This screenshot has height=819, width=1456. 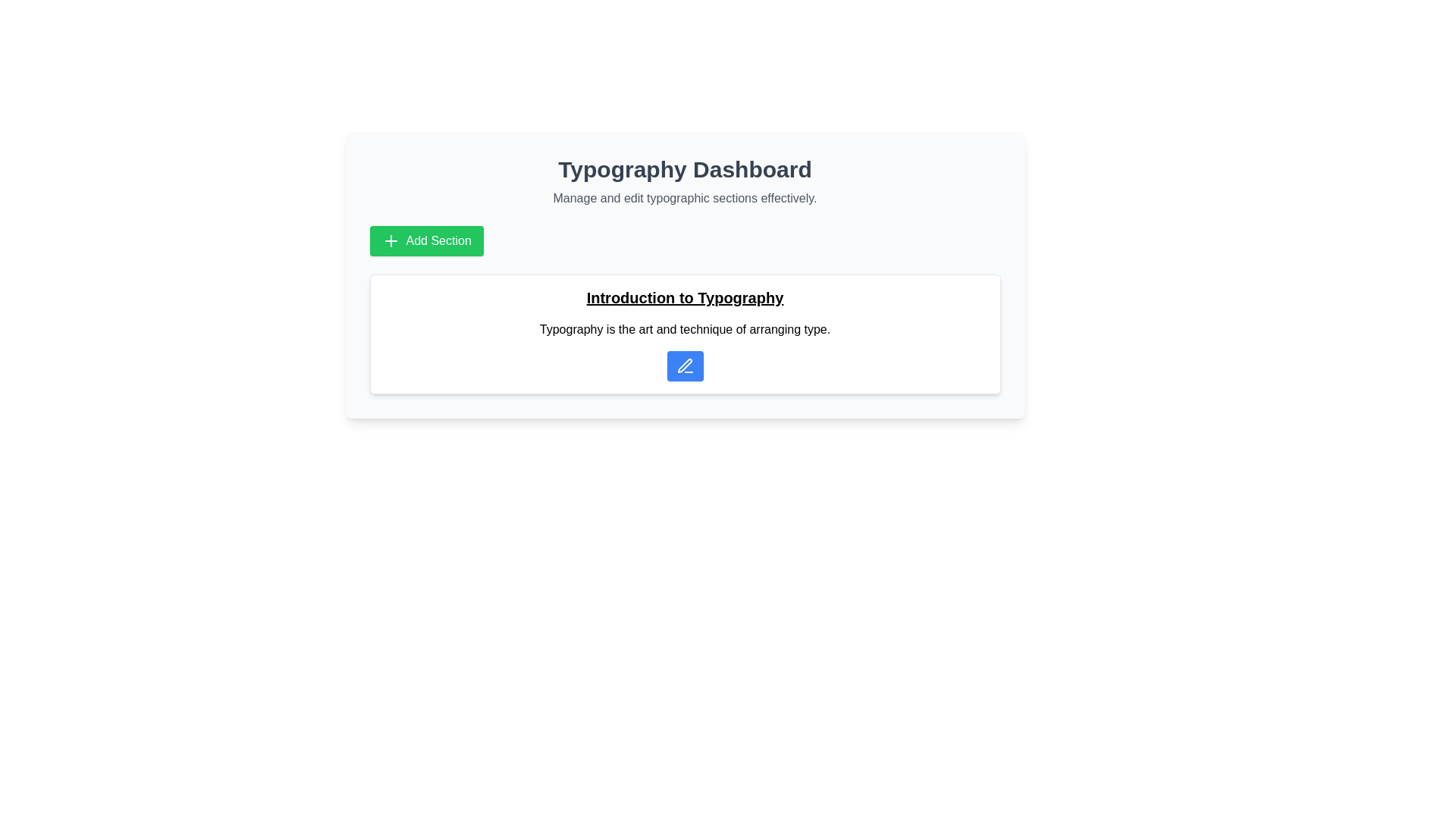 I want to click on the 'Add Section' button, which is represented by a plus sign icon located towards the top-left corner of the page, within a green rectangle adjacent to the 'Typography Dashboard' header, so click(x=391, y=240).